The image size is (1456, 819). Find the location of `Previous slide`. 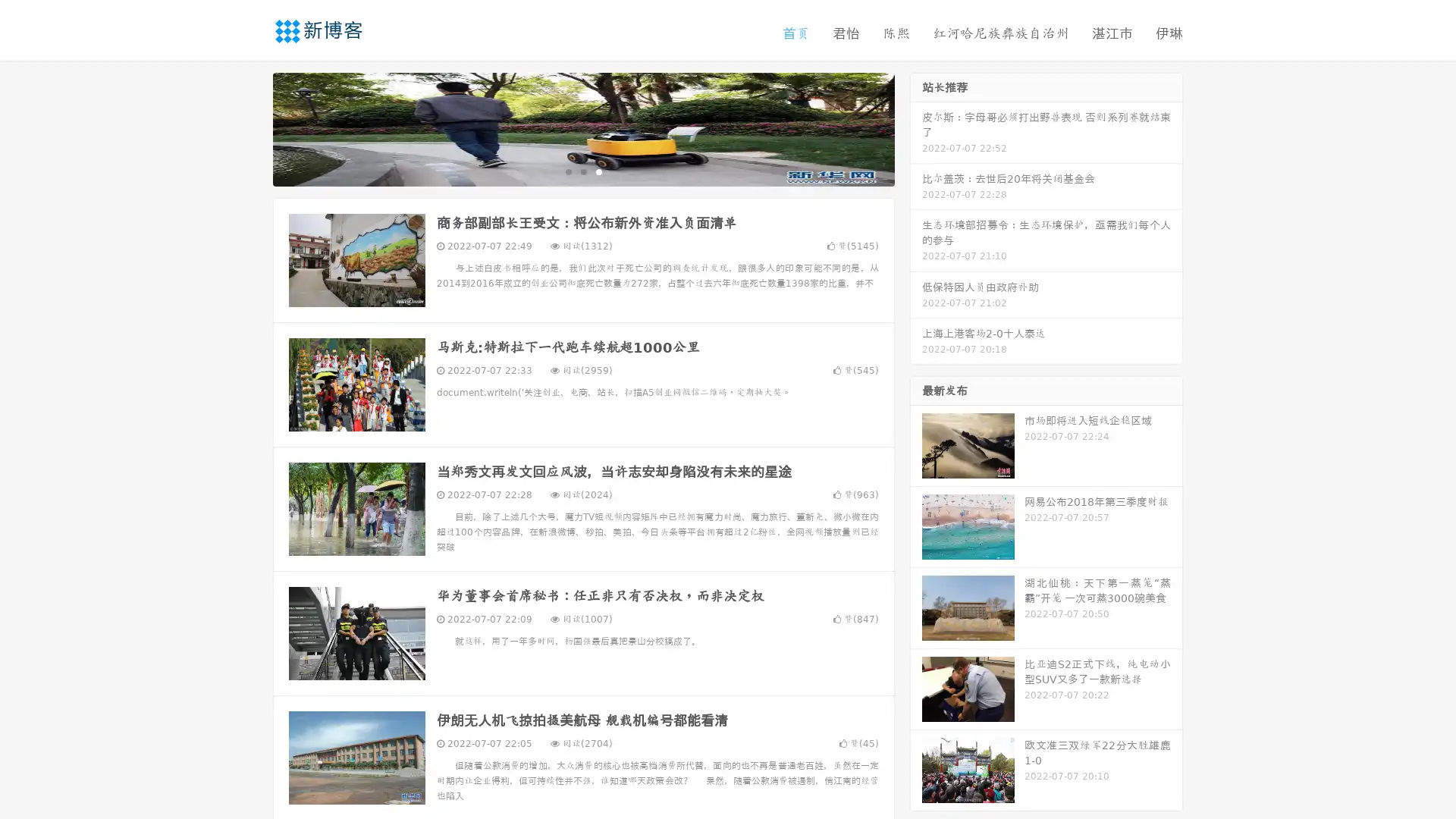

Previous slide is located at coordinates (250, 127).